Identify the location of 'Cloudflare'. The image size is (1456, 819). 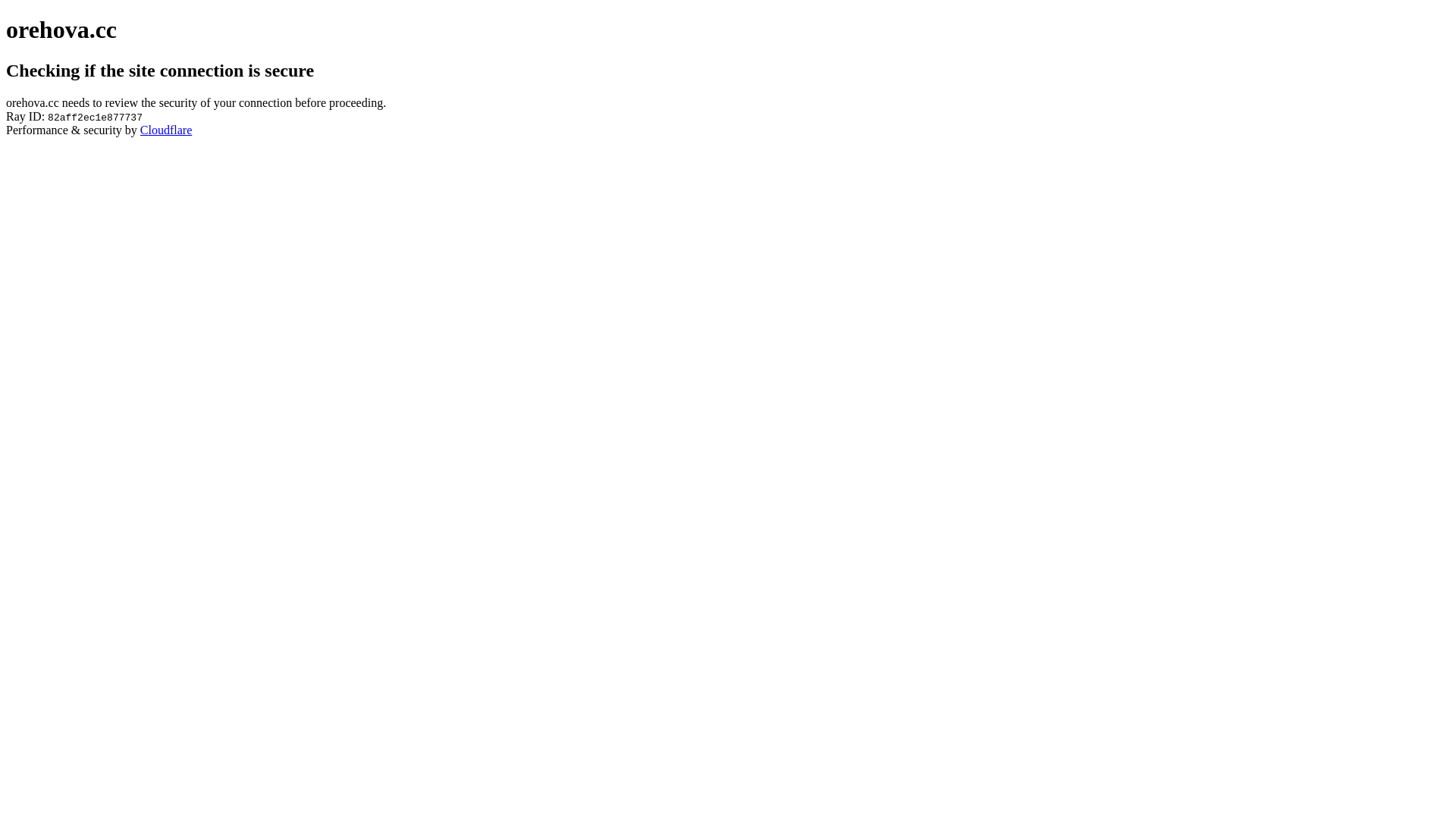
(140, 129).